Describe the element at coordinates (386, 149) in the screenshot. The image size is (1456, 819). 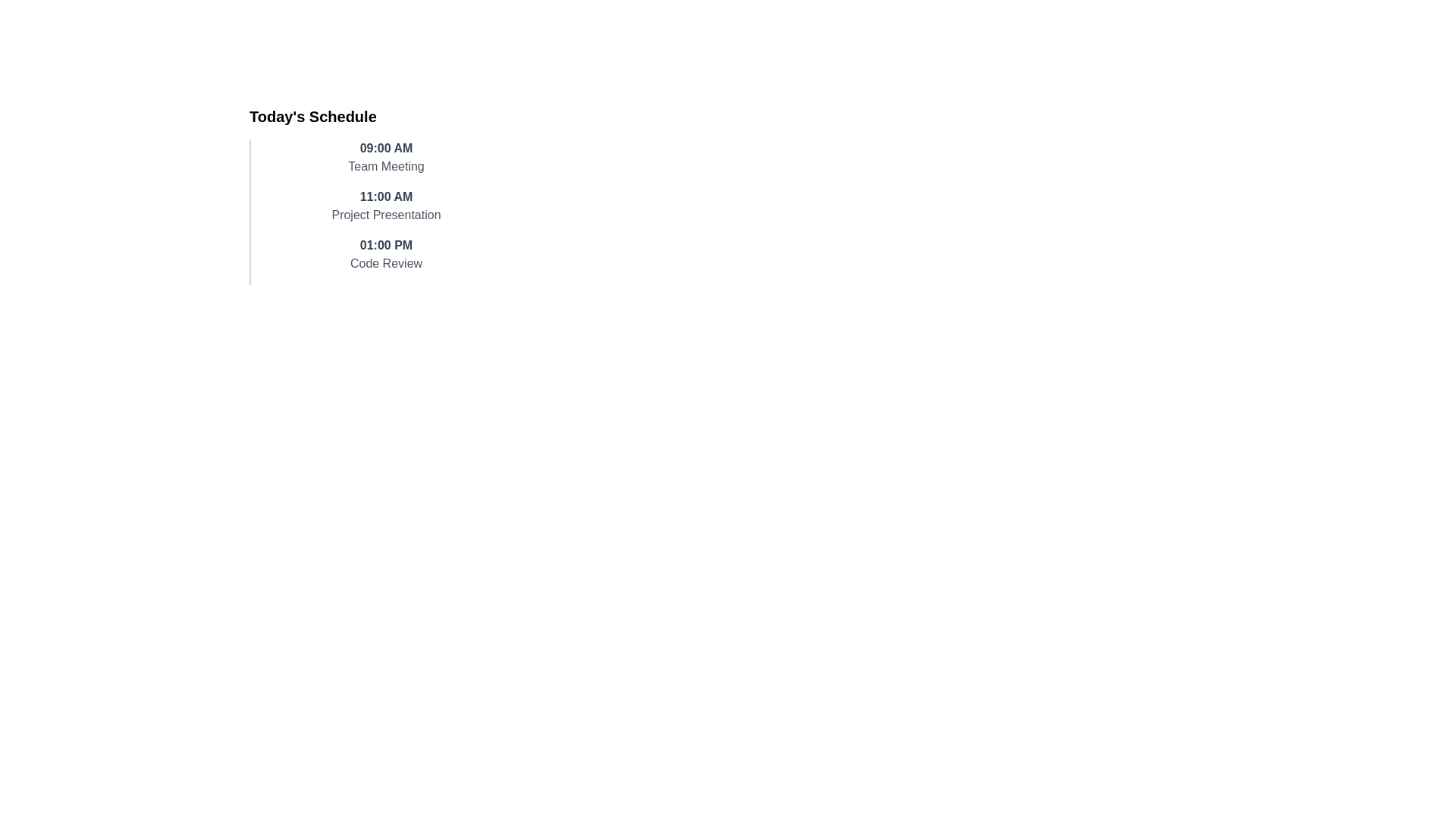
I see `text label displaying '09:00 AM', which is in bold, dark gray font and part of the schedule list at the top of 'Today's Schedule'` at that location.